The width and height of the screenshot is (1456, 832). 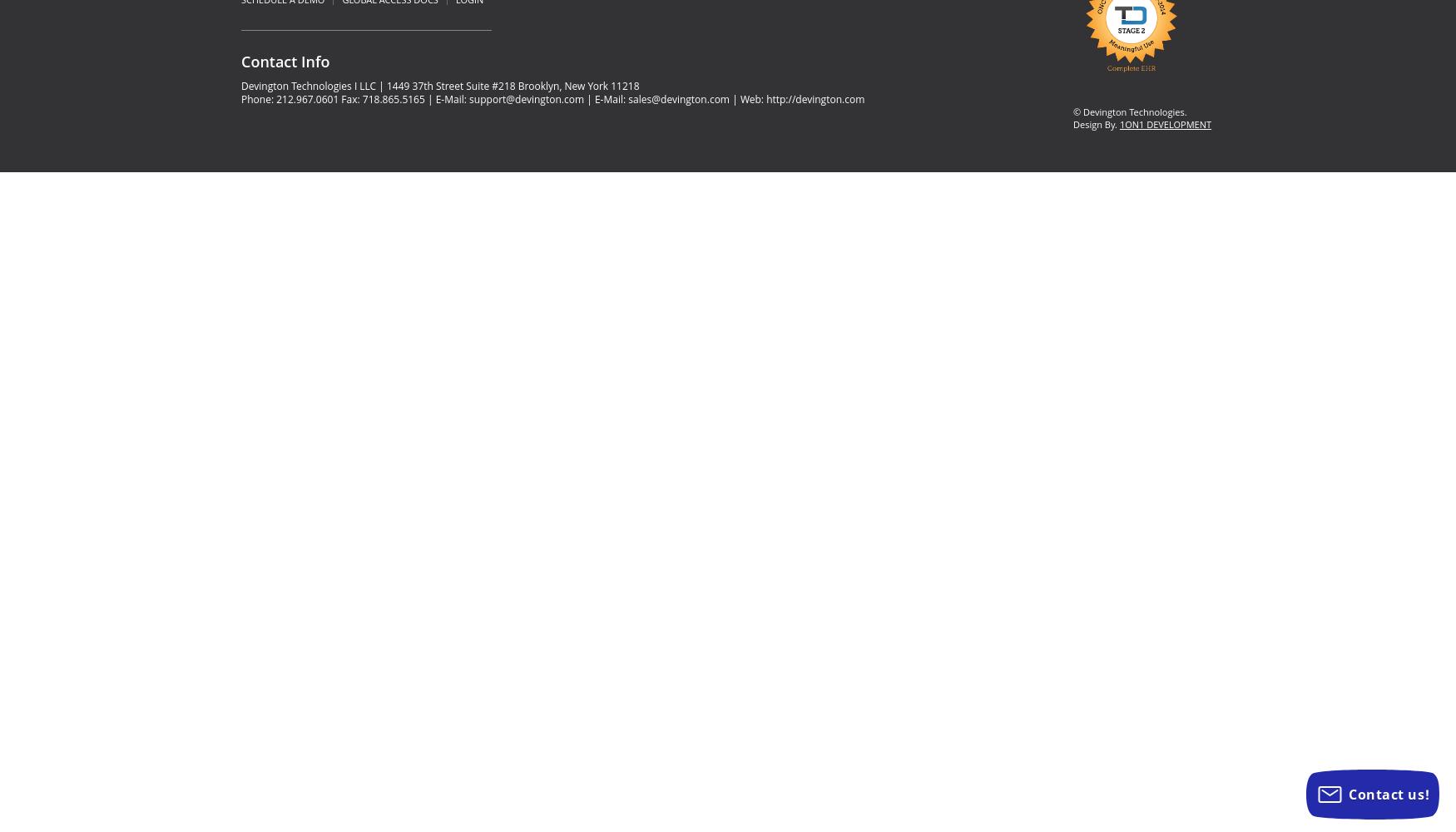 What do you see at coordinates (815, 97) in the screenshot?
I see `'http://devington.com'` at bounding box center [815, 97].